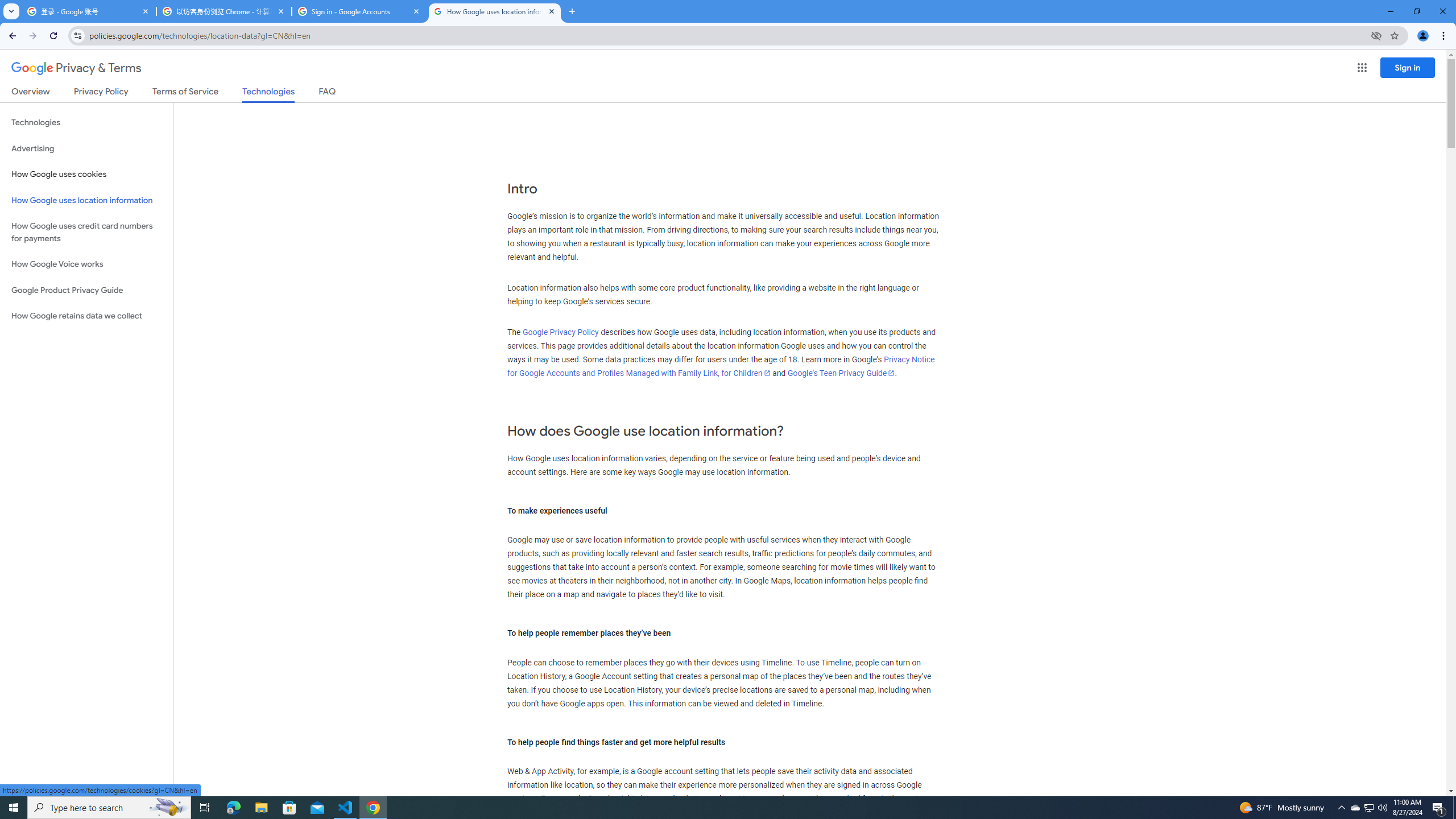 The width and height of the screenshot is (1456, 819). I want to click on 'How Google Voice works', so click(86, 264).